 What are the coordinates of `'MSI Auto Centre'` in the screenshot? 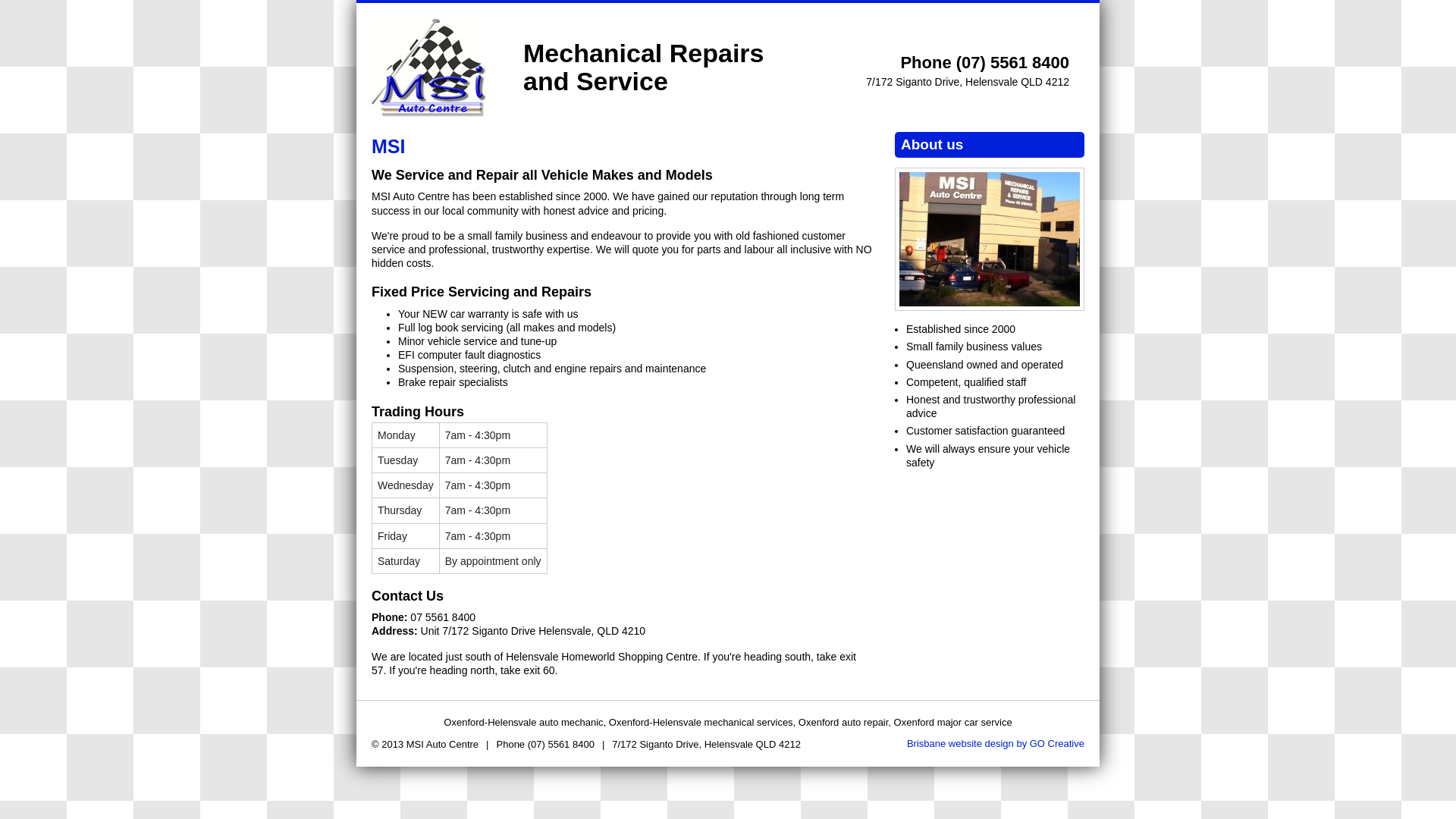 It's located at (428, 66).